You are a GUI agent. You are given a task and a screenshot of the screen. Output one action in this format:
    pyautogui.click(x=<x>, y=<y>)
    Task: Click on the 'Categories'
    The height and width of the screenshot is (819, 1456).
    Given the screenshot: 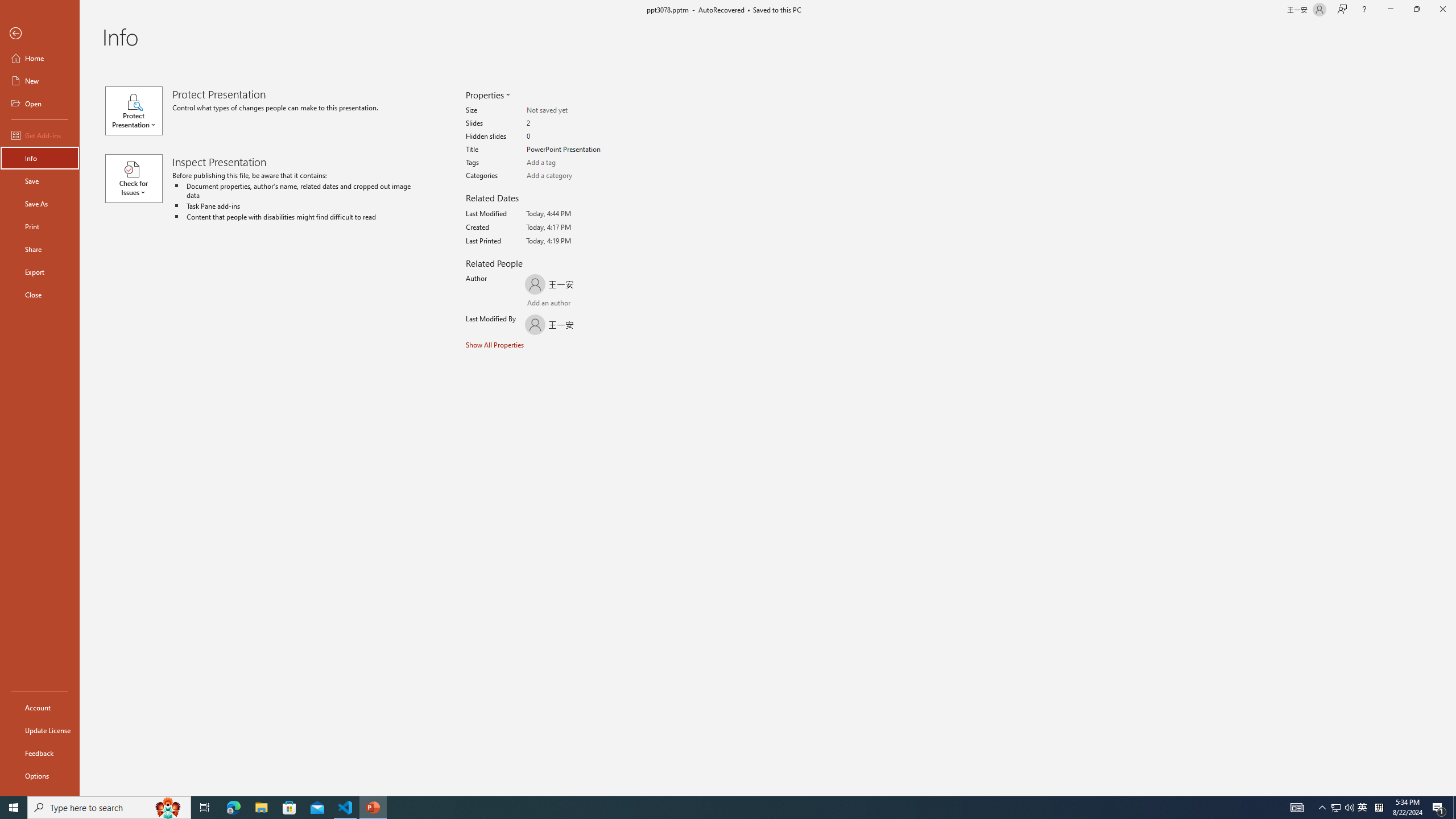 What is the action you would take?
    pyautogui.click(x=570, y=176)
    